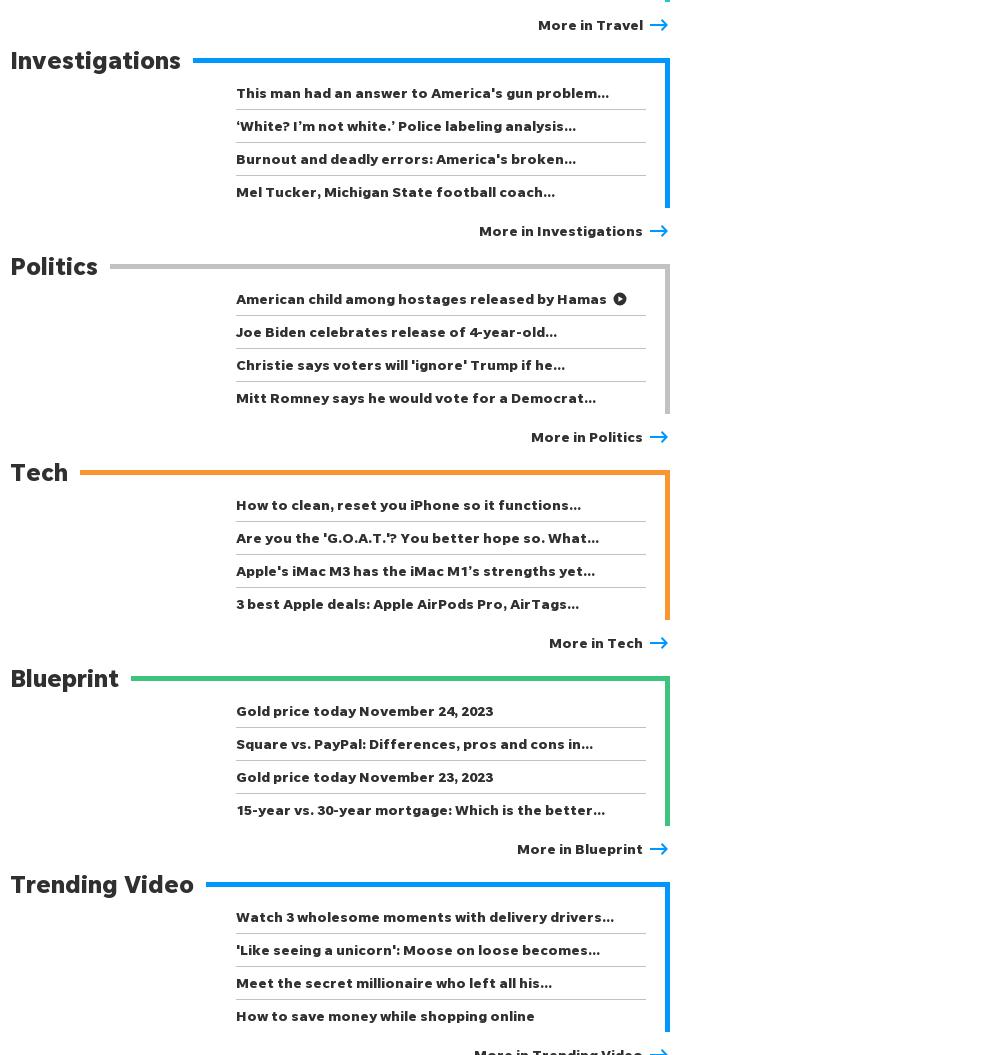 The height and width of the screenshot is (1055, 1000). Describe the element at coordinates (595, 642) in the screenshot. I see `'More in Tech'` at that location.